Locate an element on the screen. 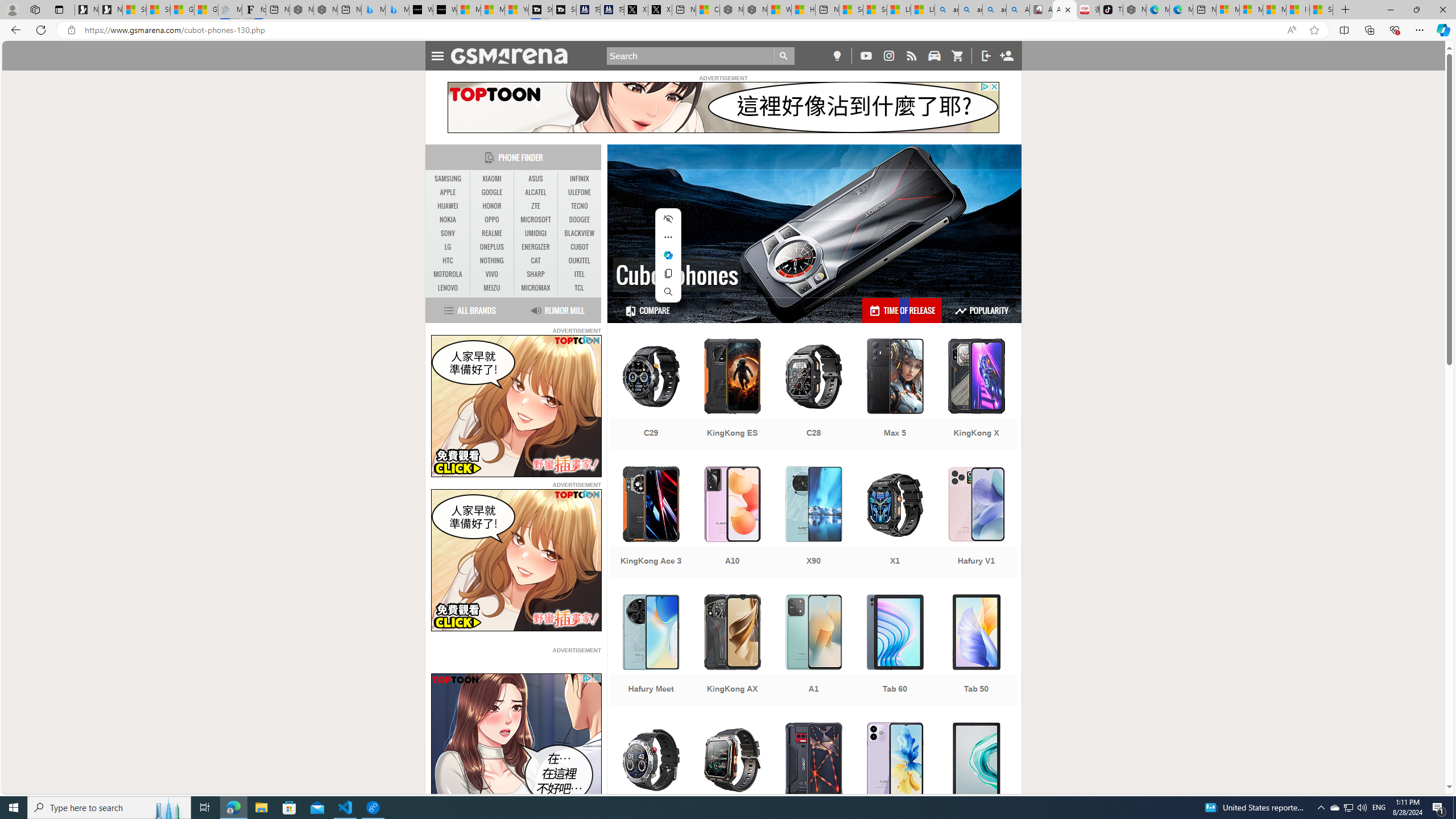  'X1' is located at coordinates (895, 523).